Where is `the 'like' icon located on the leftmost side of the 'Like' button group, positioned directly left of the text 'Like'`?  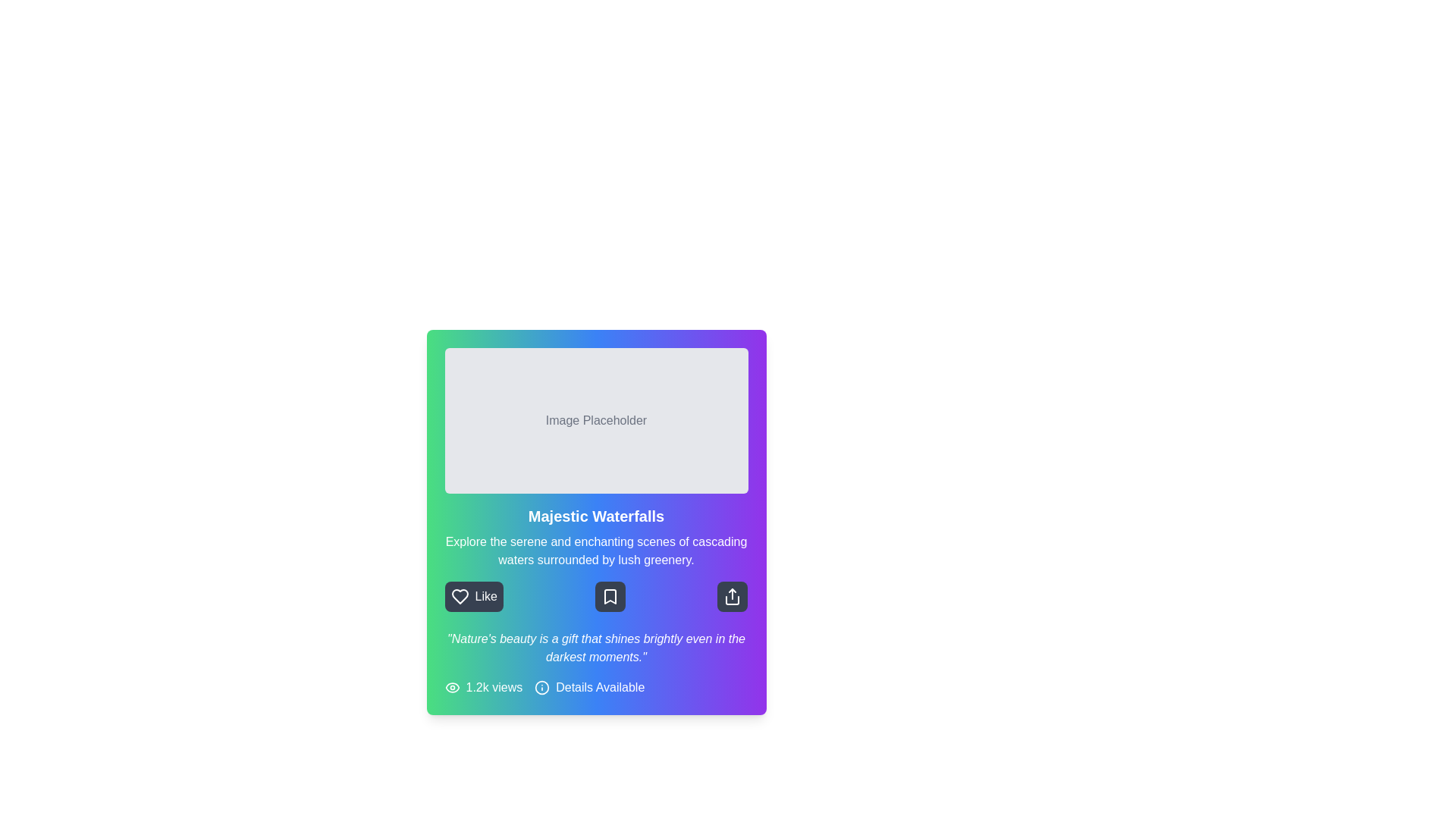
the 'like' icon located on the leftmost side of the 'Like' button group, positioned directly left of the text 'Like' is located at coordinates (459, 595).